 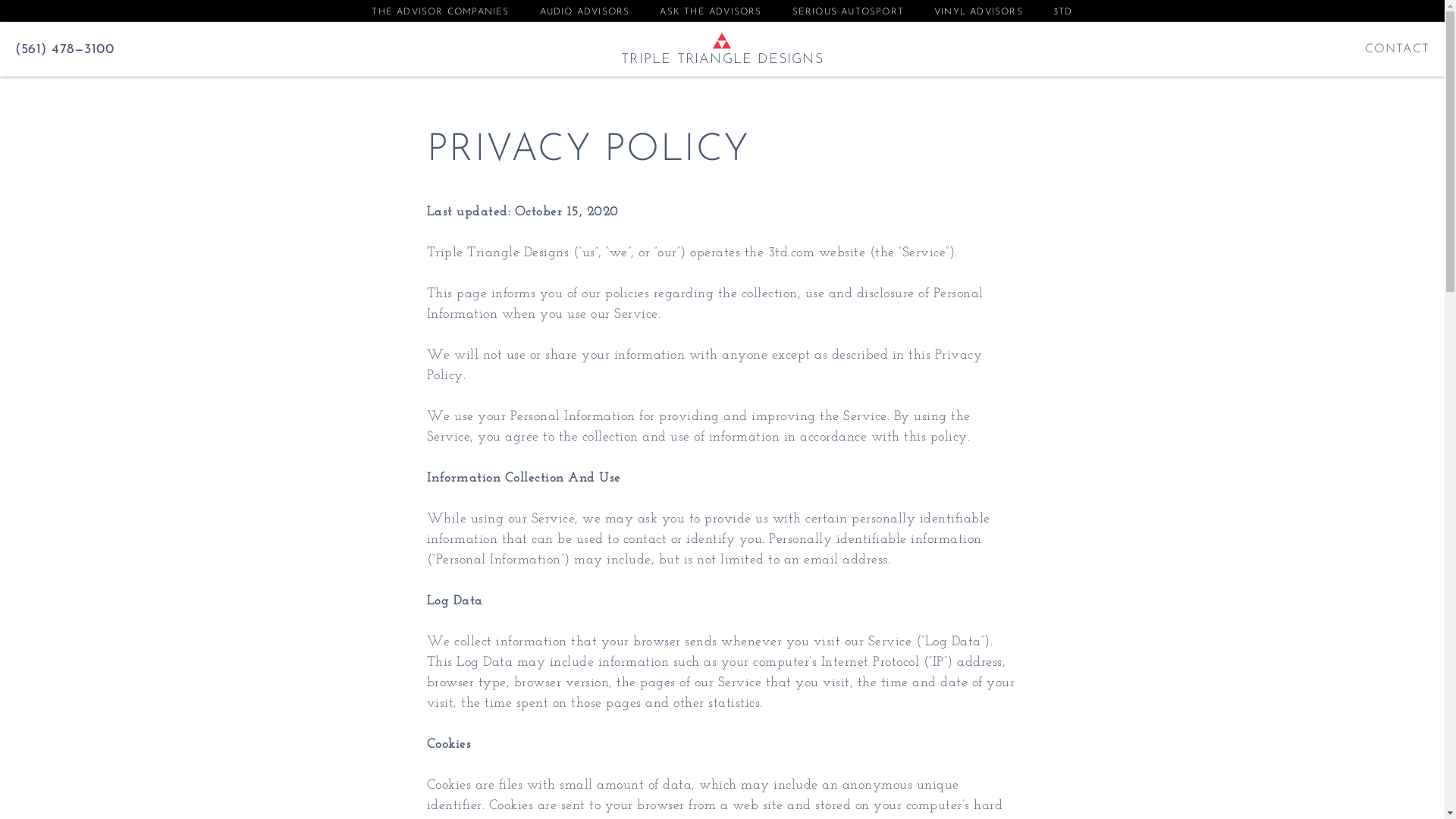 What do you see at coordinates (584, 11) in the screenshot?
I see `'AUDIO ADVISORS'` at bounding box center [584, 11].